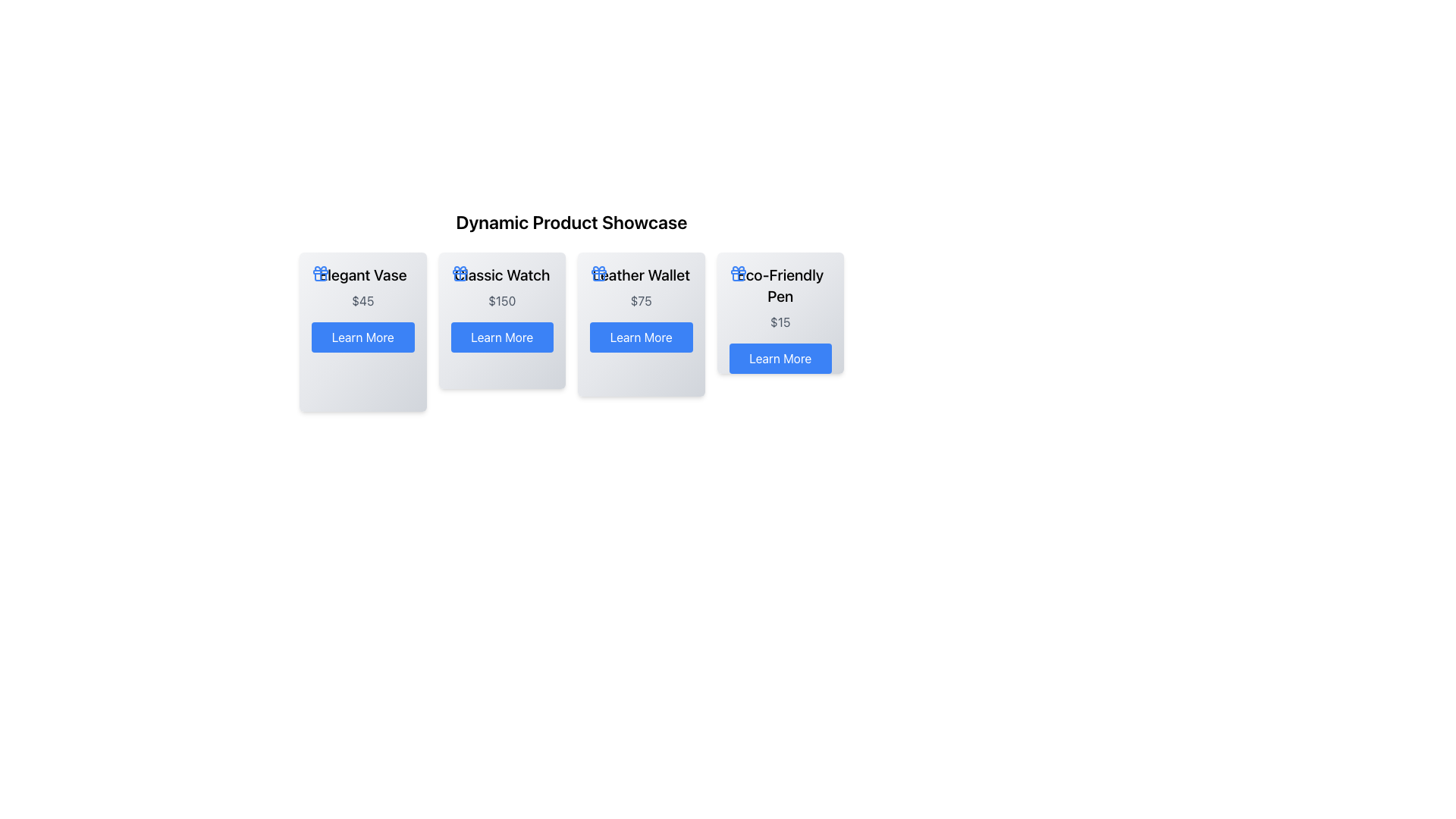 The width and height of the screenshot is (1456, 819). What do you see at coordinates (641, 324) in the screenshot?
I see `the 'Learn More' button of the Interactive Product Card which features a gradient background and a blue gift box icon, displaying the product 'Leather Wallet' and priced at '$75'` at bounding box center [641, 324].